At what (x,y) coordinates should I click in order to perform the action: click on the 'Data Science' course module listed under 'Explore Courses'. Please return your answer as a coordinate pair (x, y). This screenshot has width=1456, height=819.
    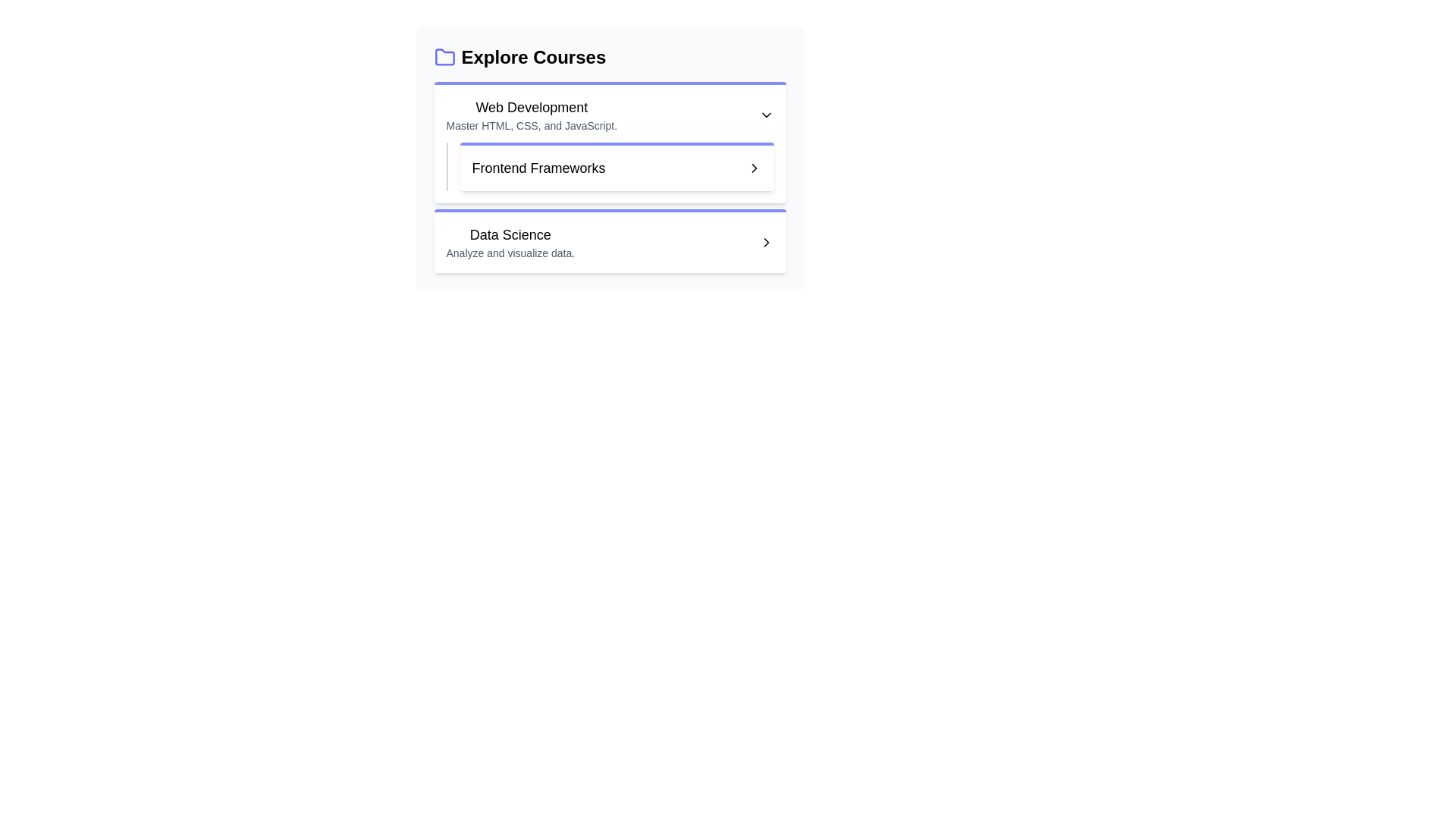
    Looking at the image, I should click on (510, 242).